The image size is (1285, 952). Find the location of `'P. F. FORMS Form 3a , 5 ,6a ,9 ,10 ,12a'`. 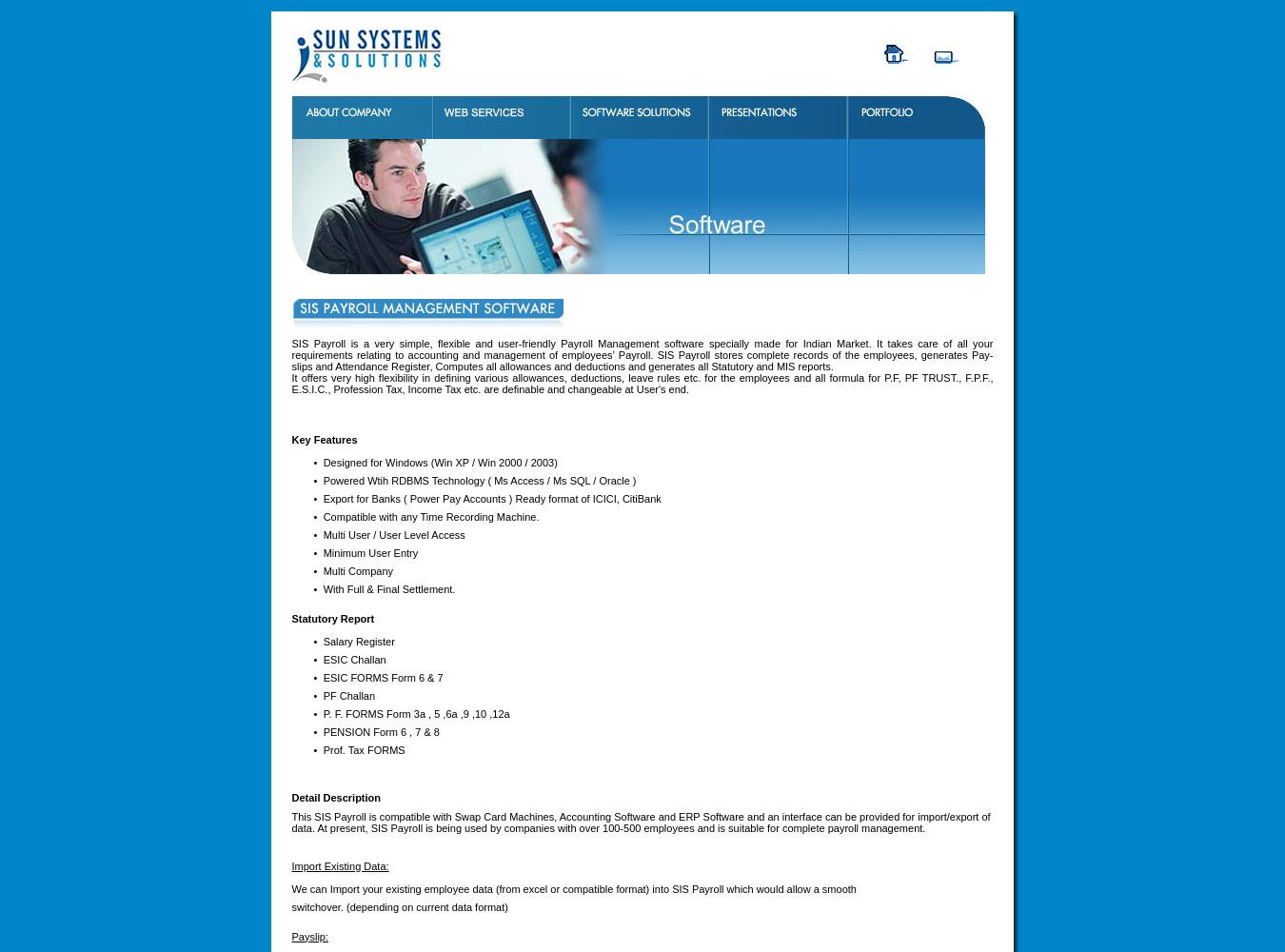

'P. F. FORMS Form 3a , 5 ,6a ,9 ,10 ,12a' is located at coordinates (415, 712).